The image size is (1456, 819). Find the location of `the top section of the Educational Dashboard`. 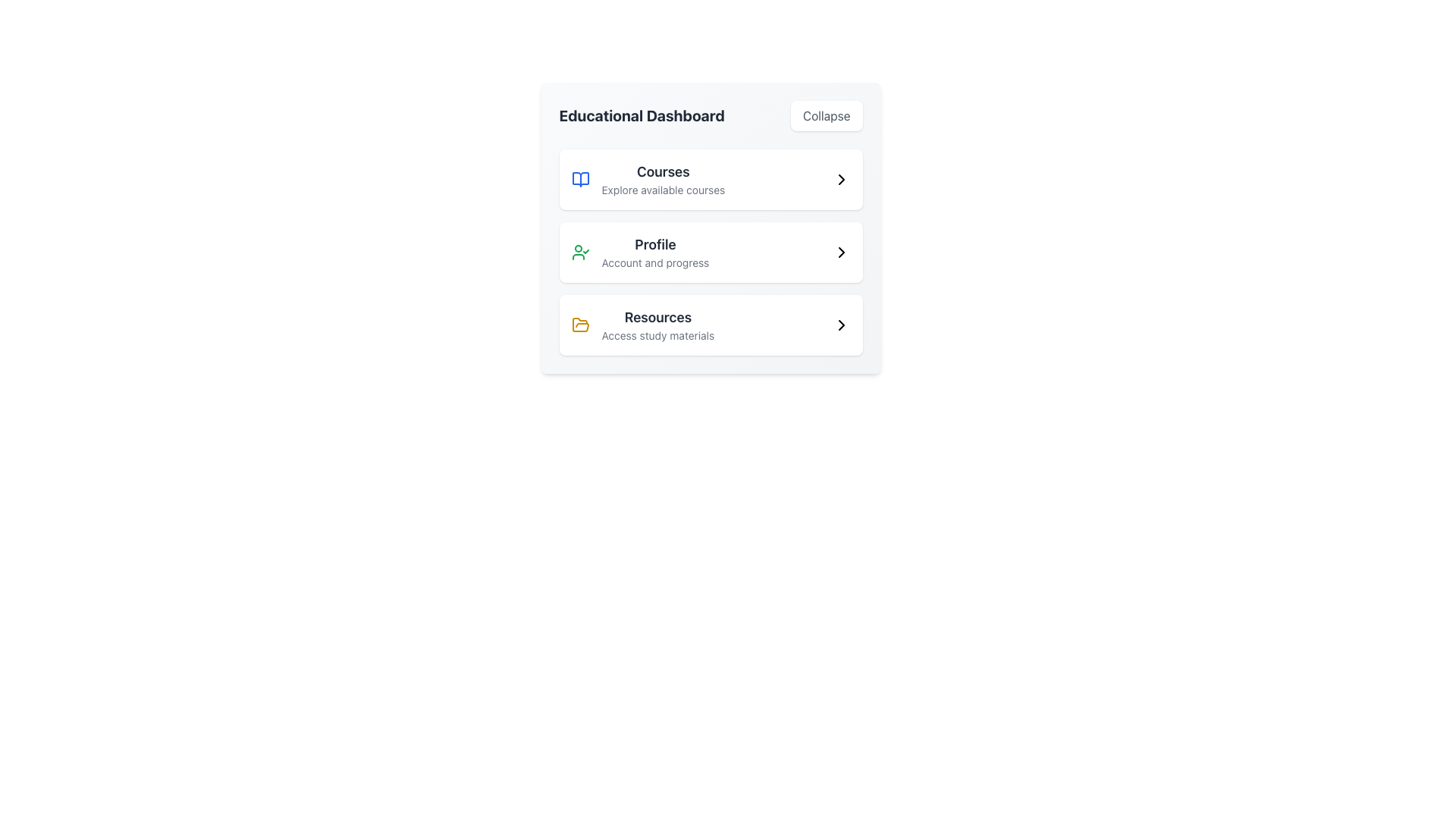

the top section of the Educational Dashboard is located at coordinates (710, 178).